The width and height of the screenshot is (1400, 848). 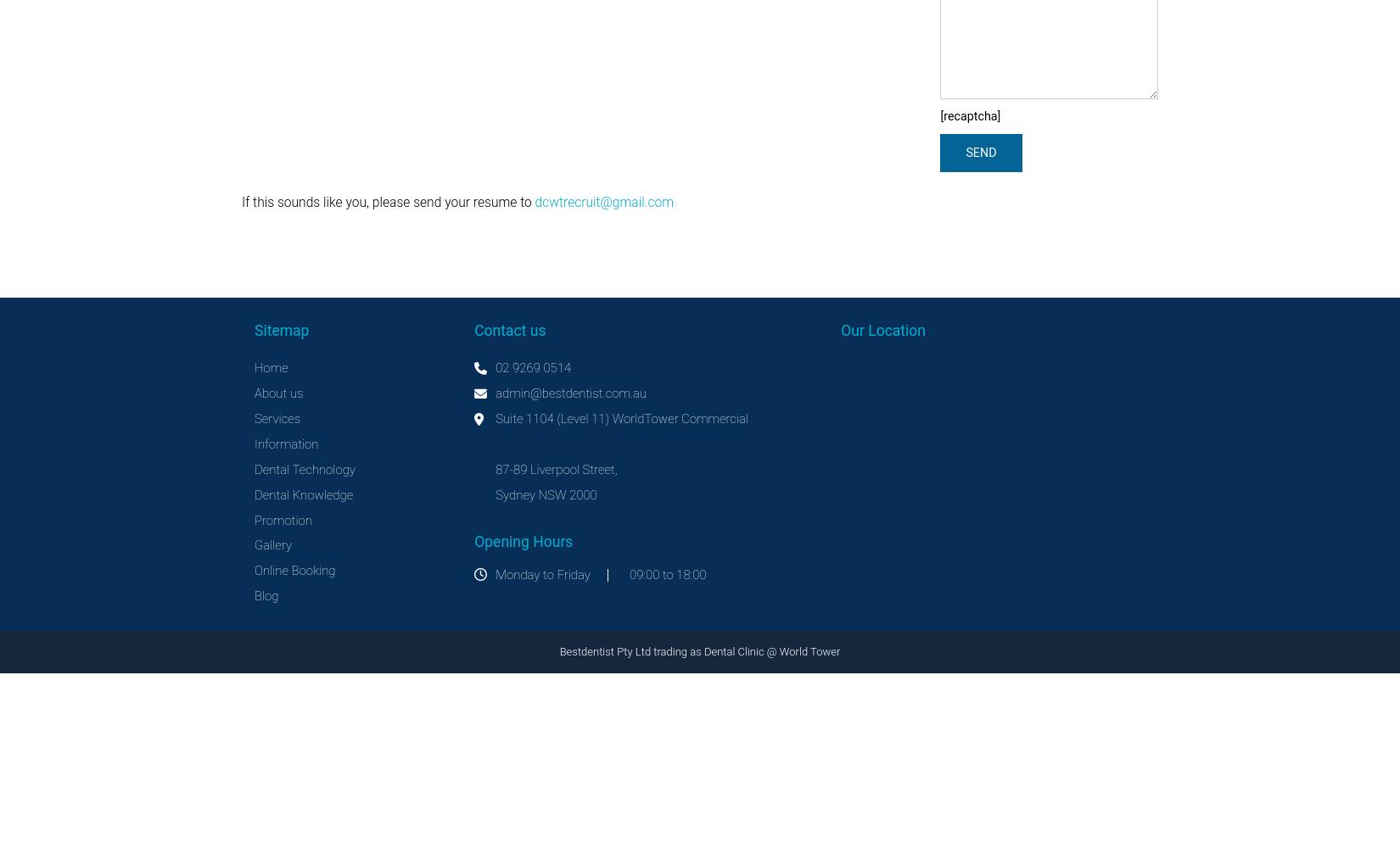 I want to click on 'Bestdentist Pty Ltd trading as Dental Clinic @ World Tower', so click(x=698, y=651).